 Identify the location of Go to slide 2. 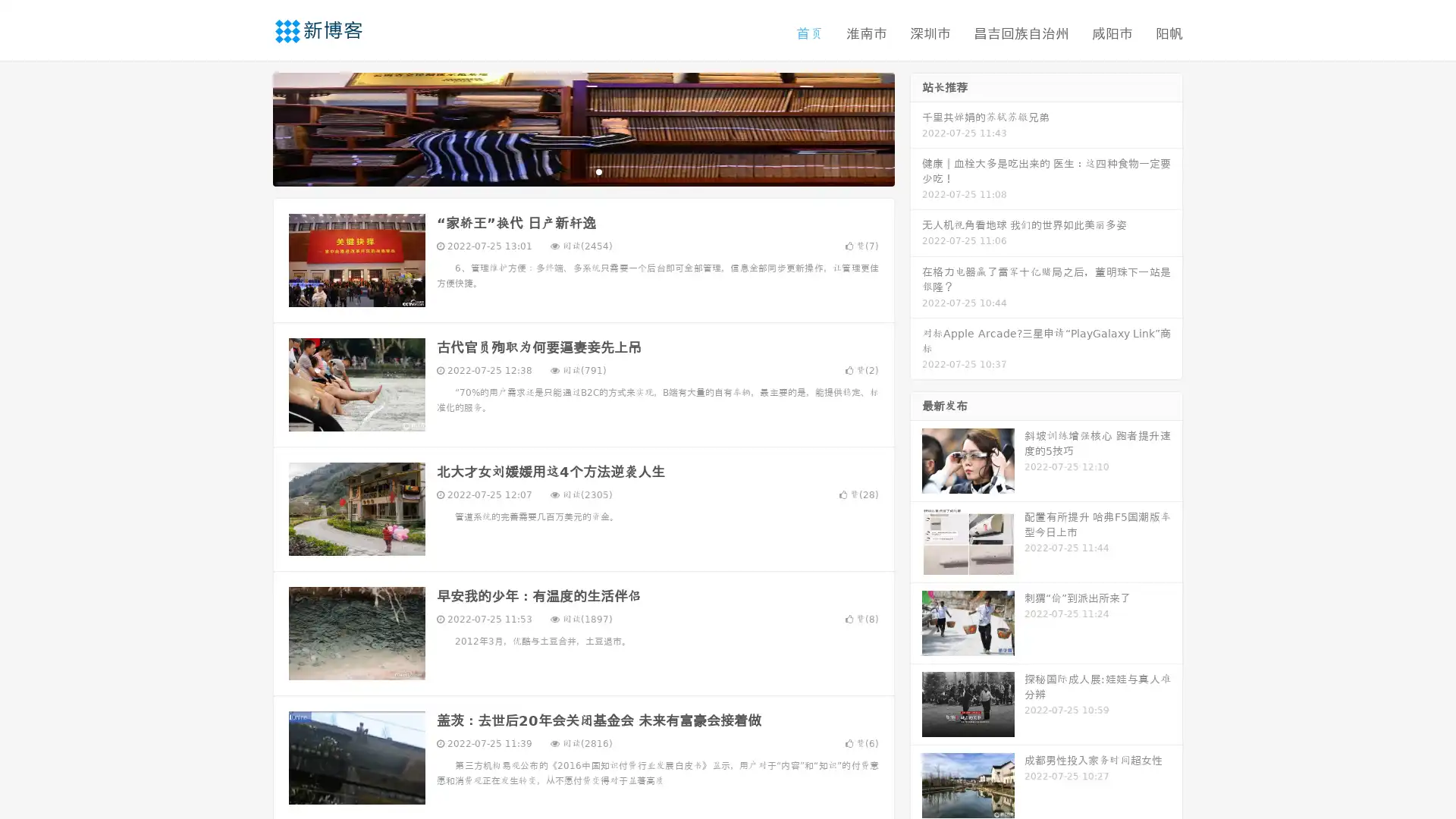
(582, 171).